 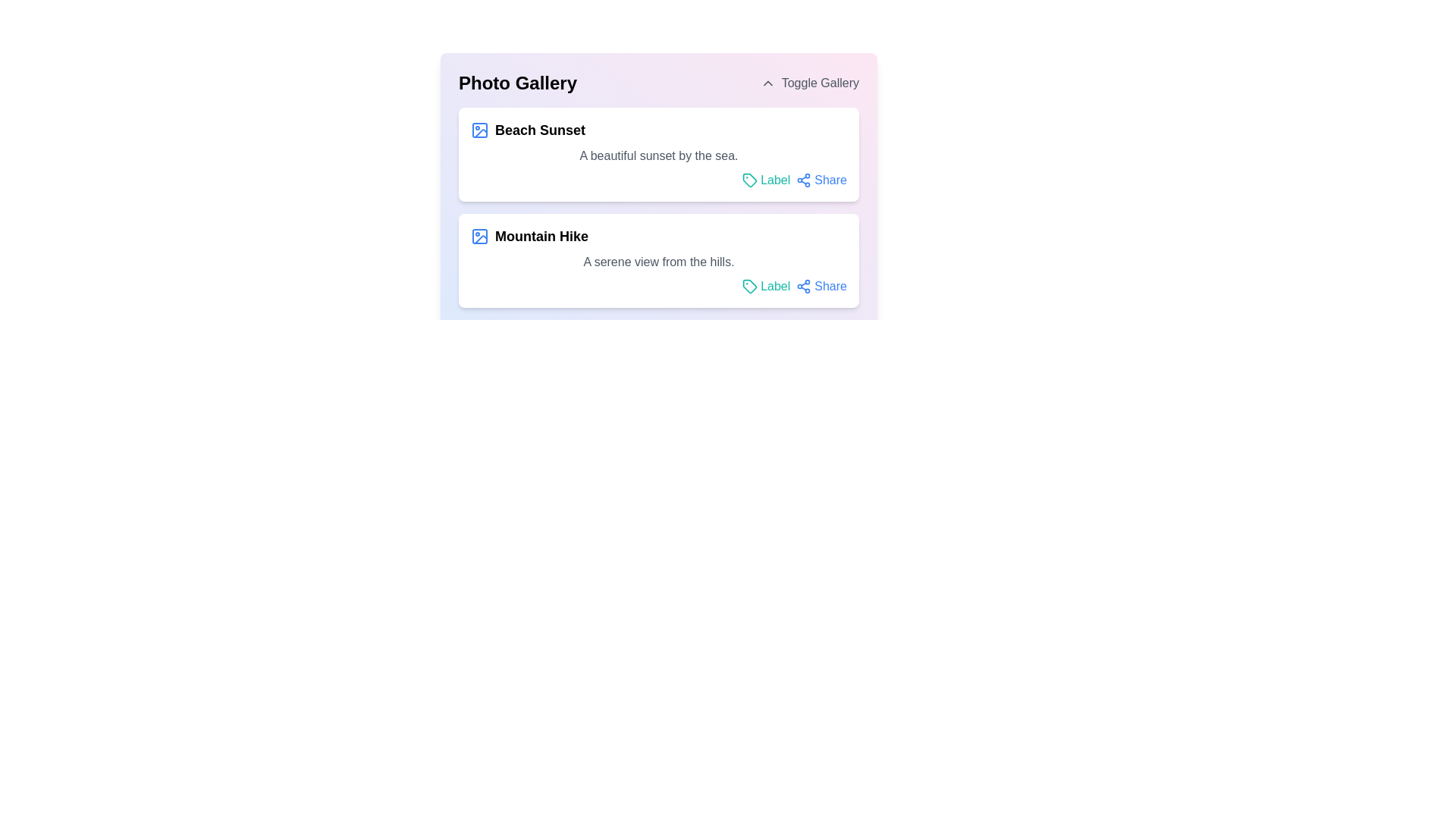 What do you see at coordinates (767, 83) in the screenshot?
I see `the upward-pointing chevron icon` at bounding box center [767, 83].